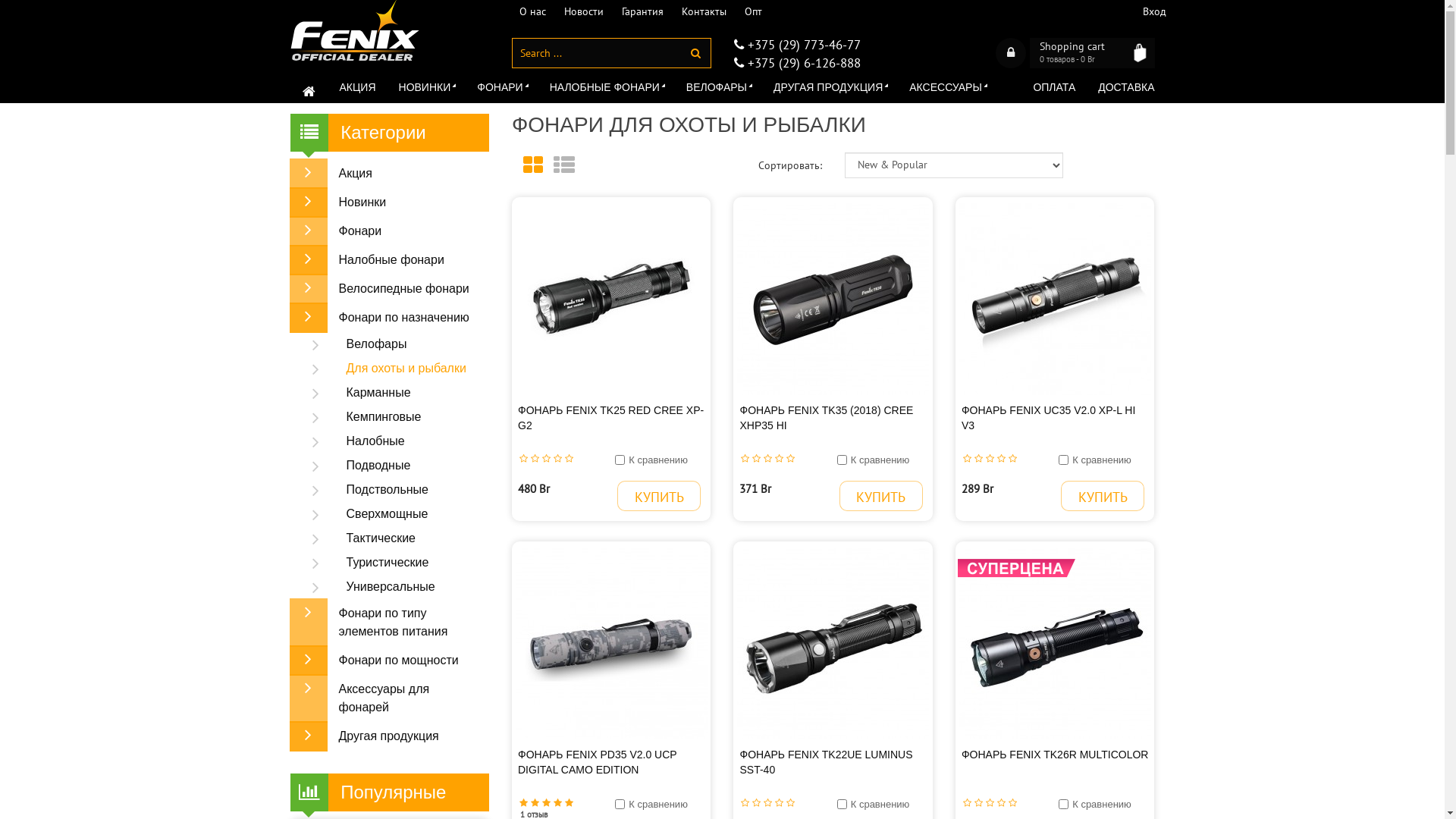 This screenshot has height=819, width=1456. Describe the element at coordinates (800, 62) in the screenshot. I see `'+375 (29) 6-126-888'` at that location.